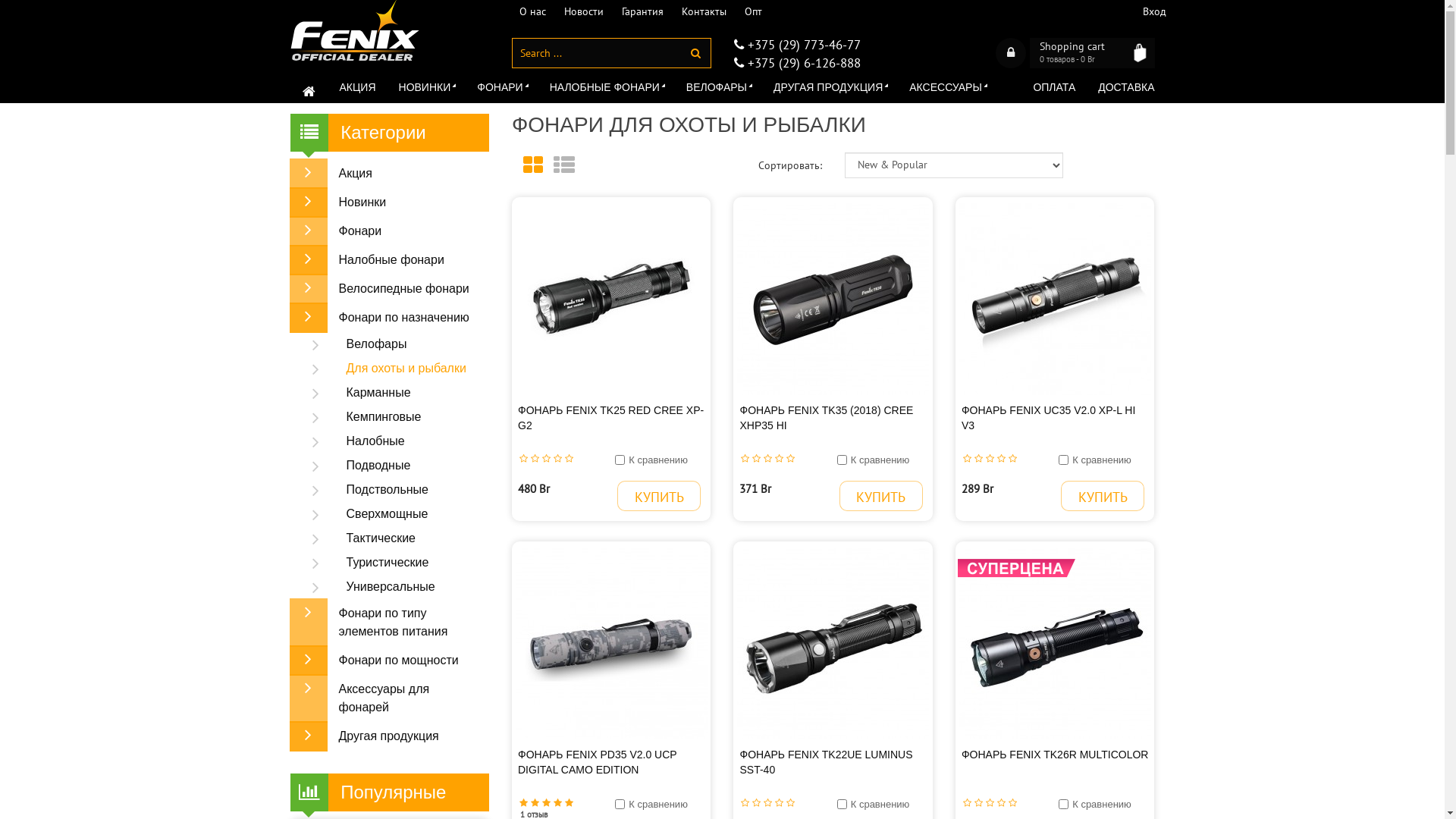 This screenshot has height=819, width=1456. Describe the element at coordinates (800, 62) in the screenshot. I see `'+375 (29) 6-126-888'` at that location.